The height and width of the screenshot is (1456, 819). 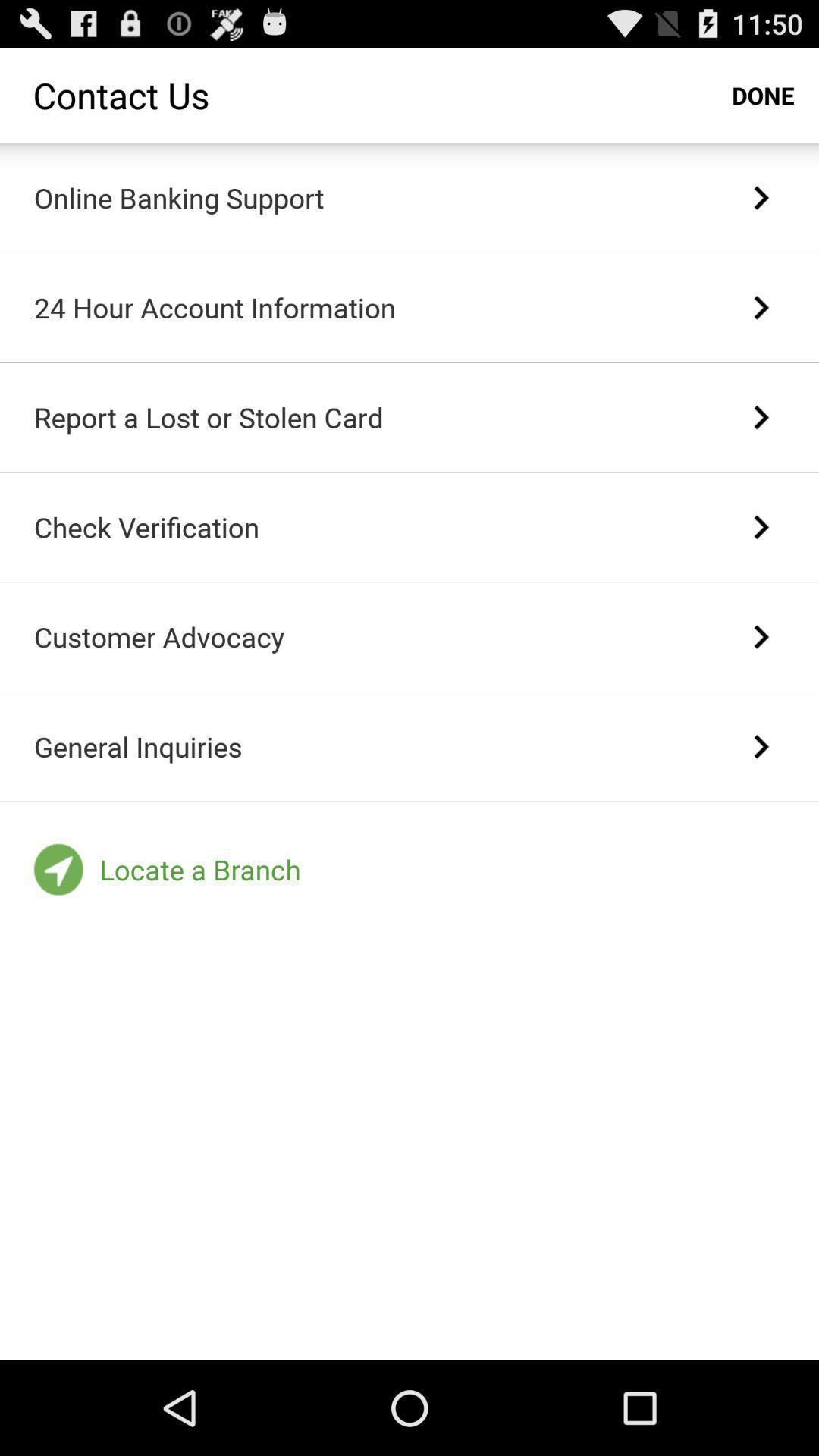 I want to click on online banking support, so click(x=178, y=196).